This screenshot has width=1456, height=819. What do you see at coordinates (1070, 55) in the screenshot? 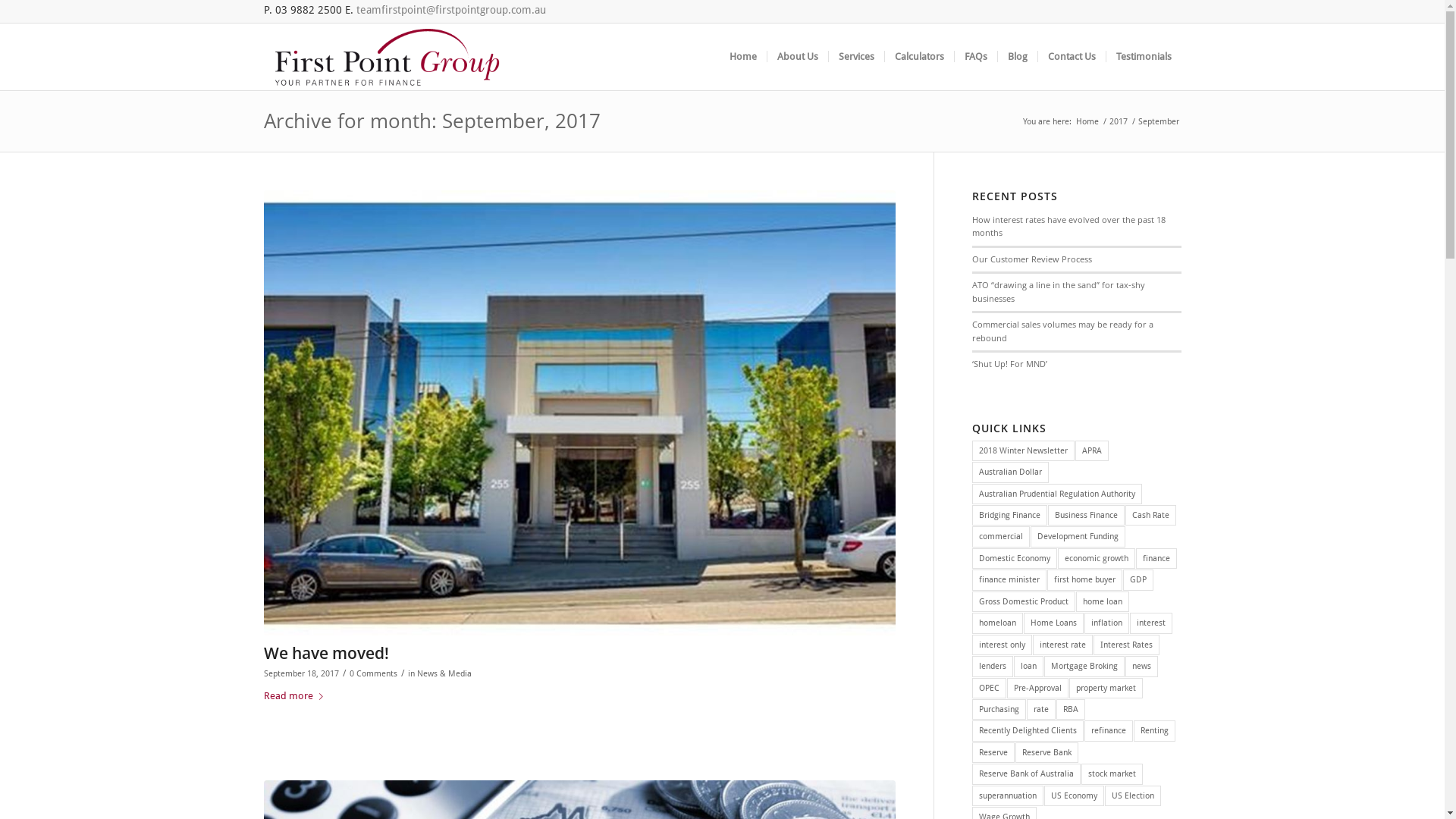
I see `'Contact Us'` at bounding box center [1070, 55].